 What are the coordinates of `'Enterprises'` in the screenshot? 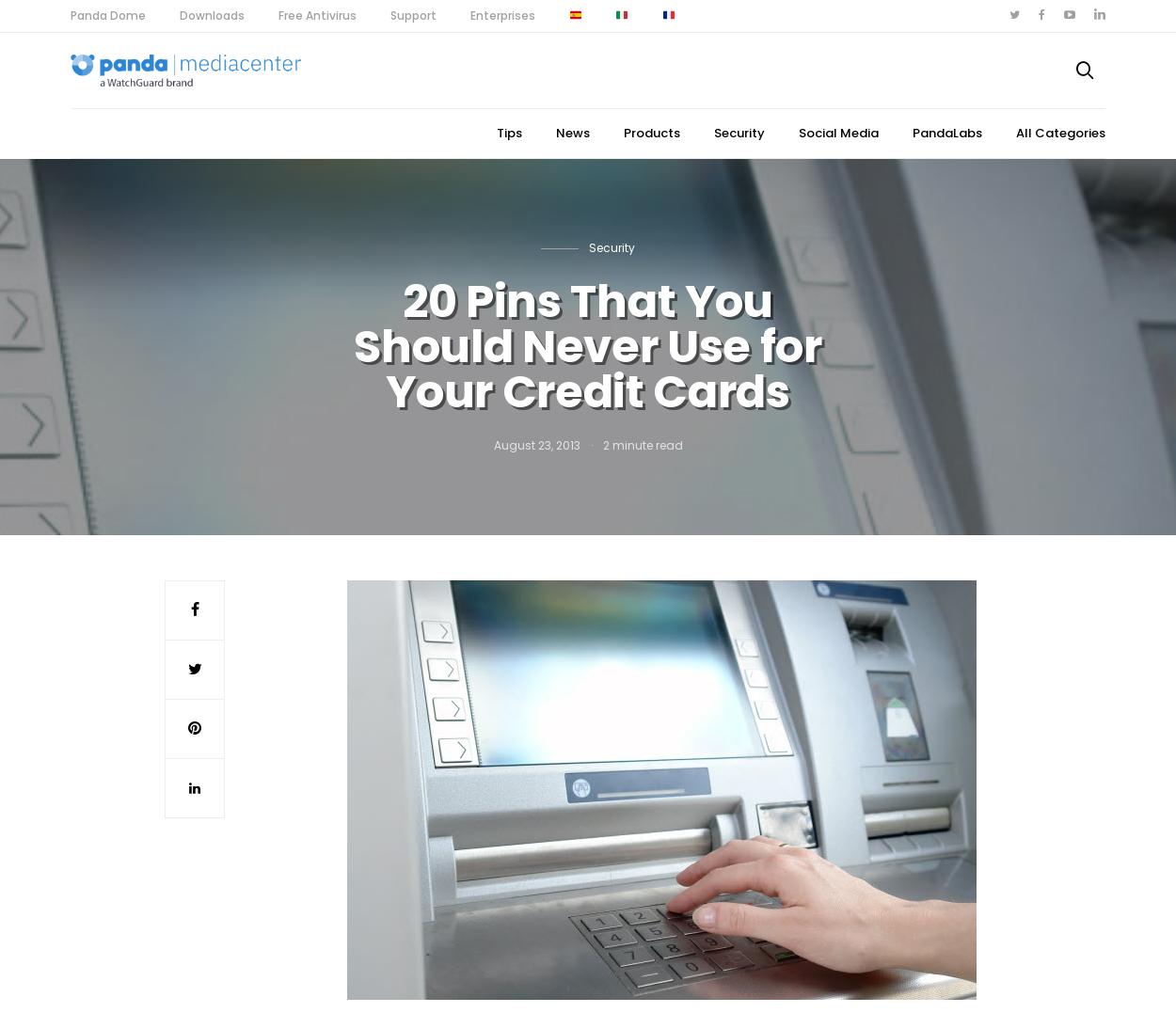 It's located at (502, 14).